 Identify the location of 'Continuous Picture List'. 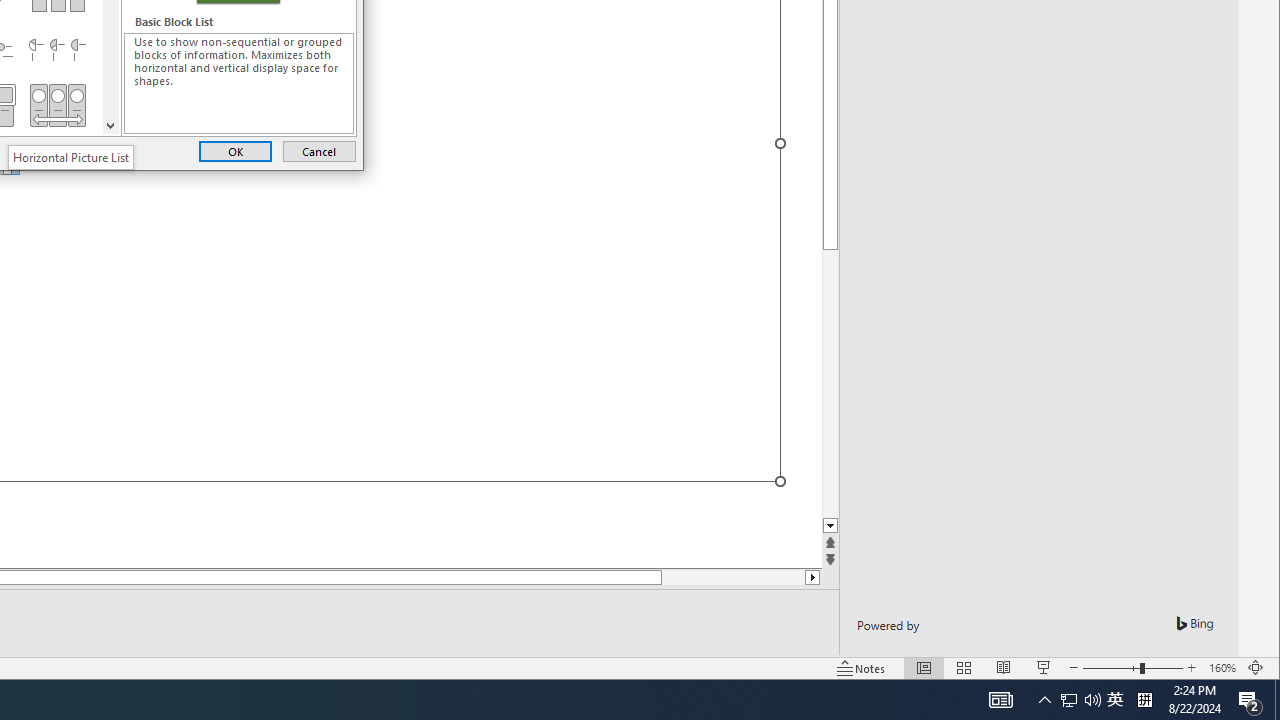
(57, 105).